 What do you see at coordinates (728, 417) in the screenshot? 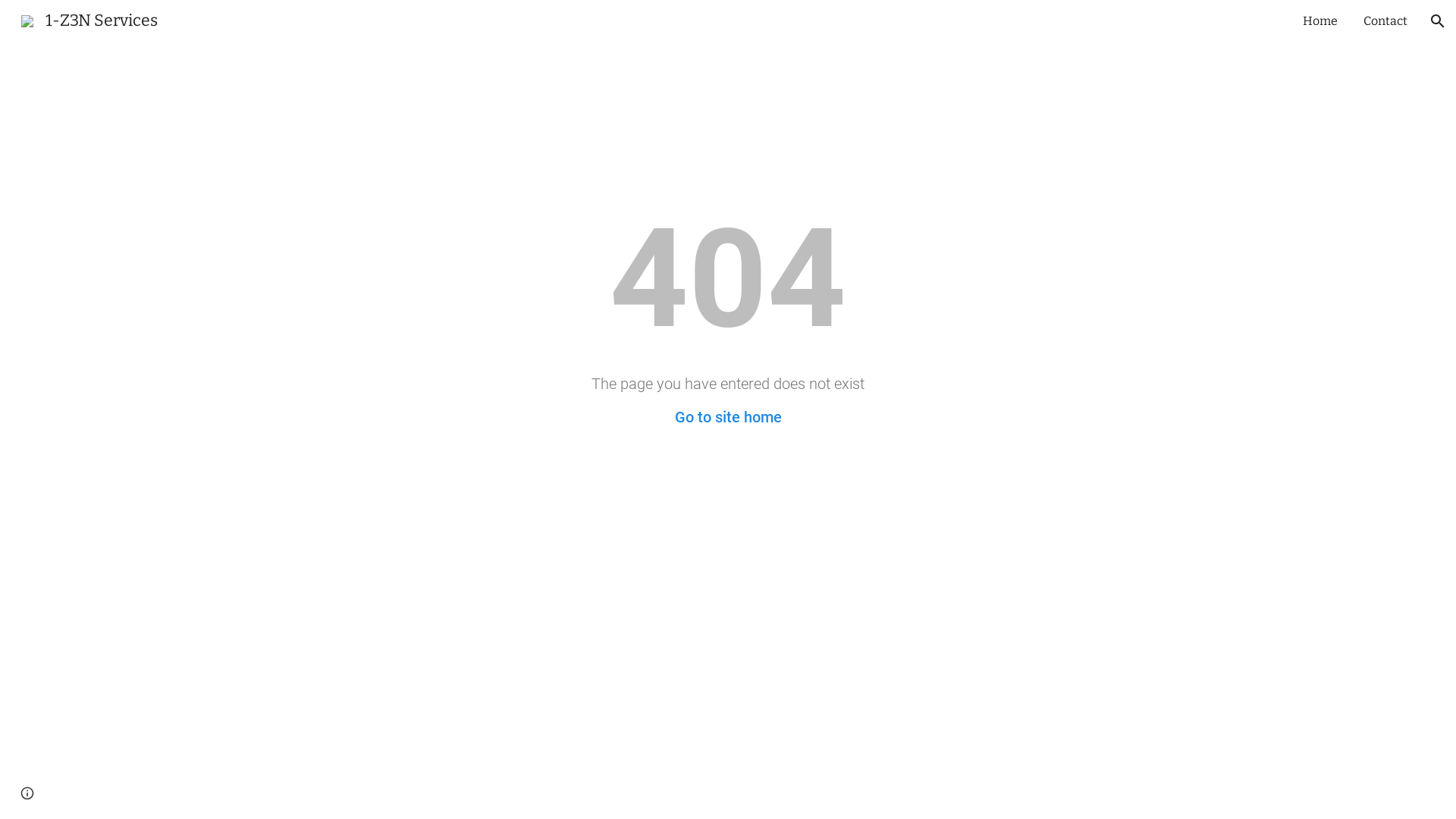
I see `'Go to site home'` at bounding box center [728, 417].